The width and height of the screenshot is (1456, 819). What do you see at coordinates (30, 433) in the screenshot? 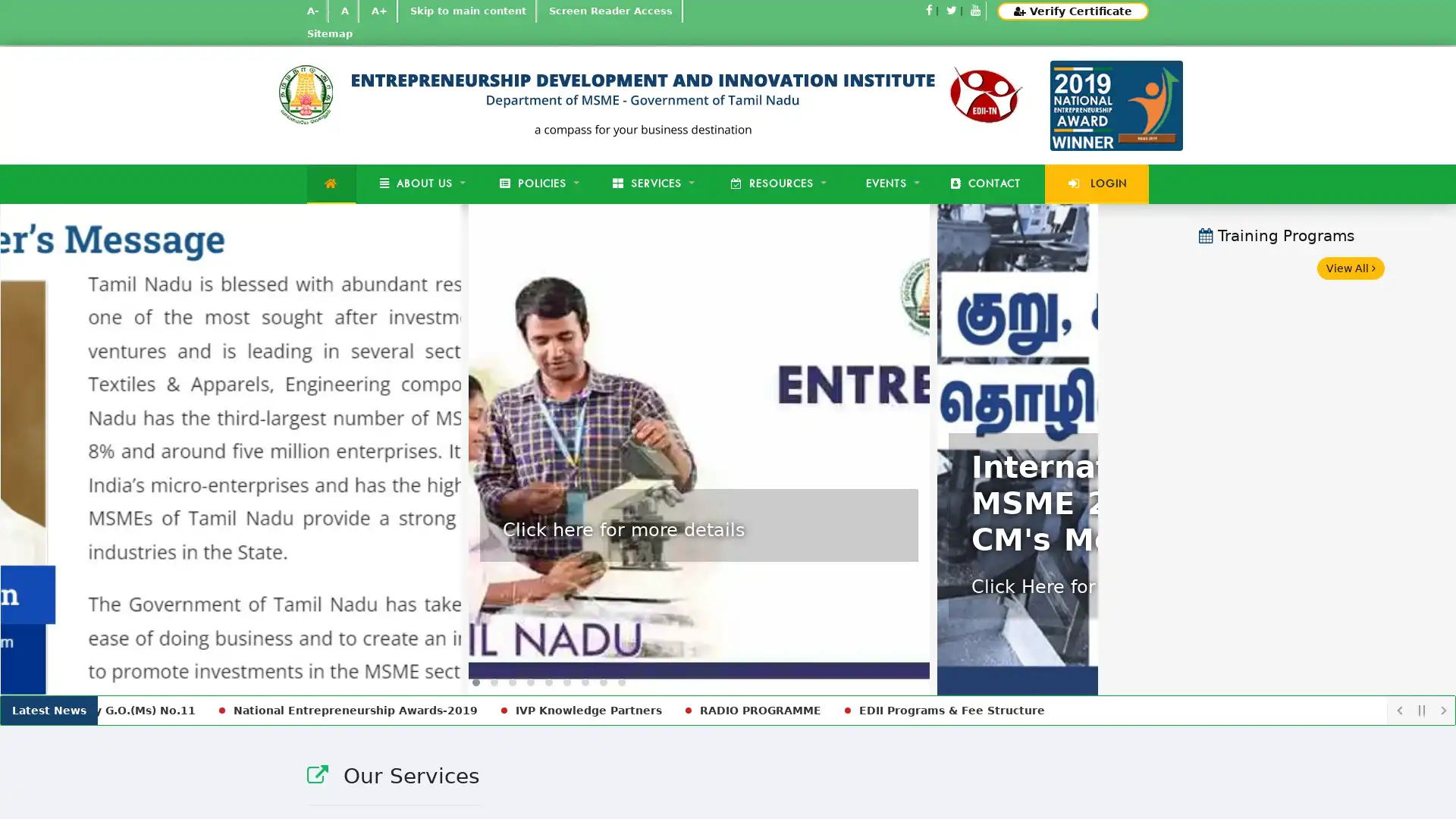
I see `Previous` at bounding box center [30, 433].